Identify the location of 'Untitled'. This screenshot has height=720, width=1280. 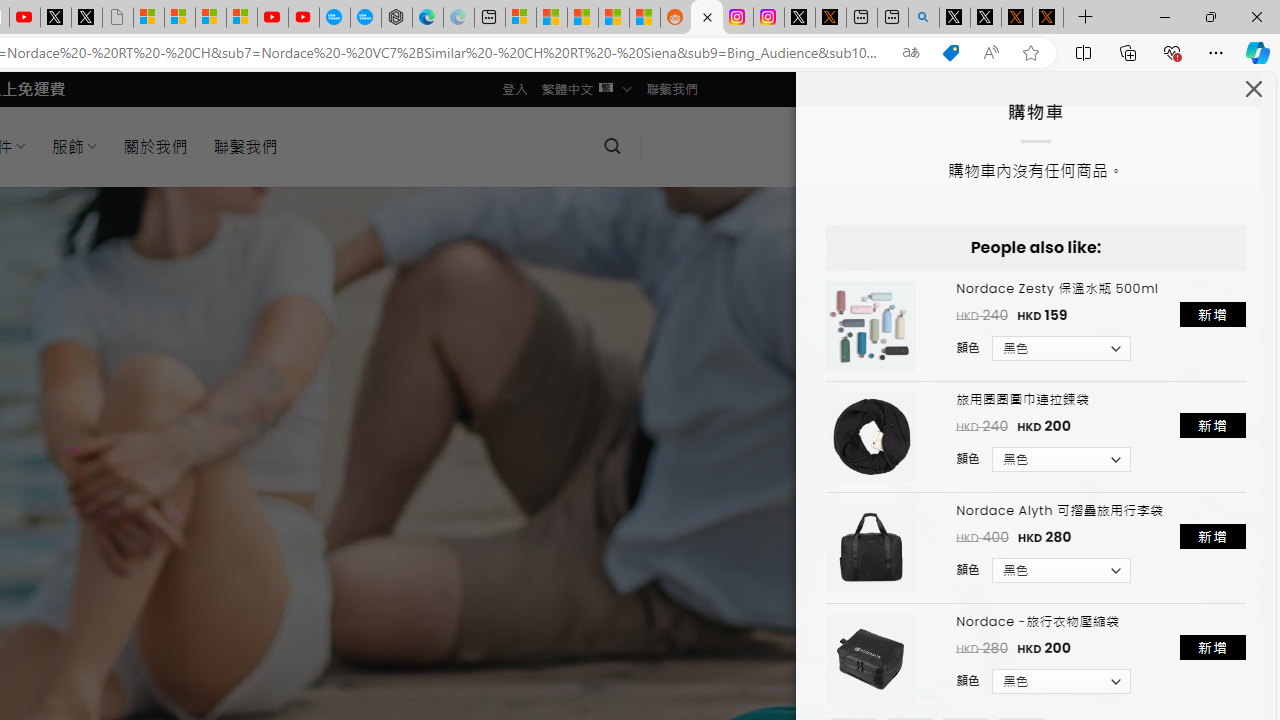
(116, 17).